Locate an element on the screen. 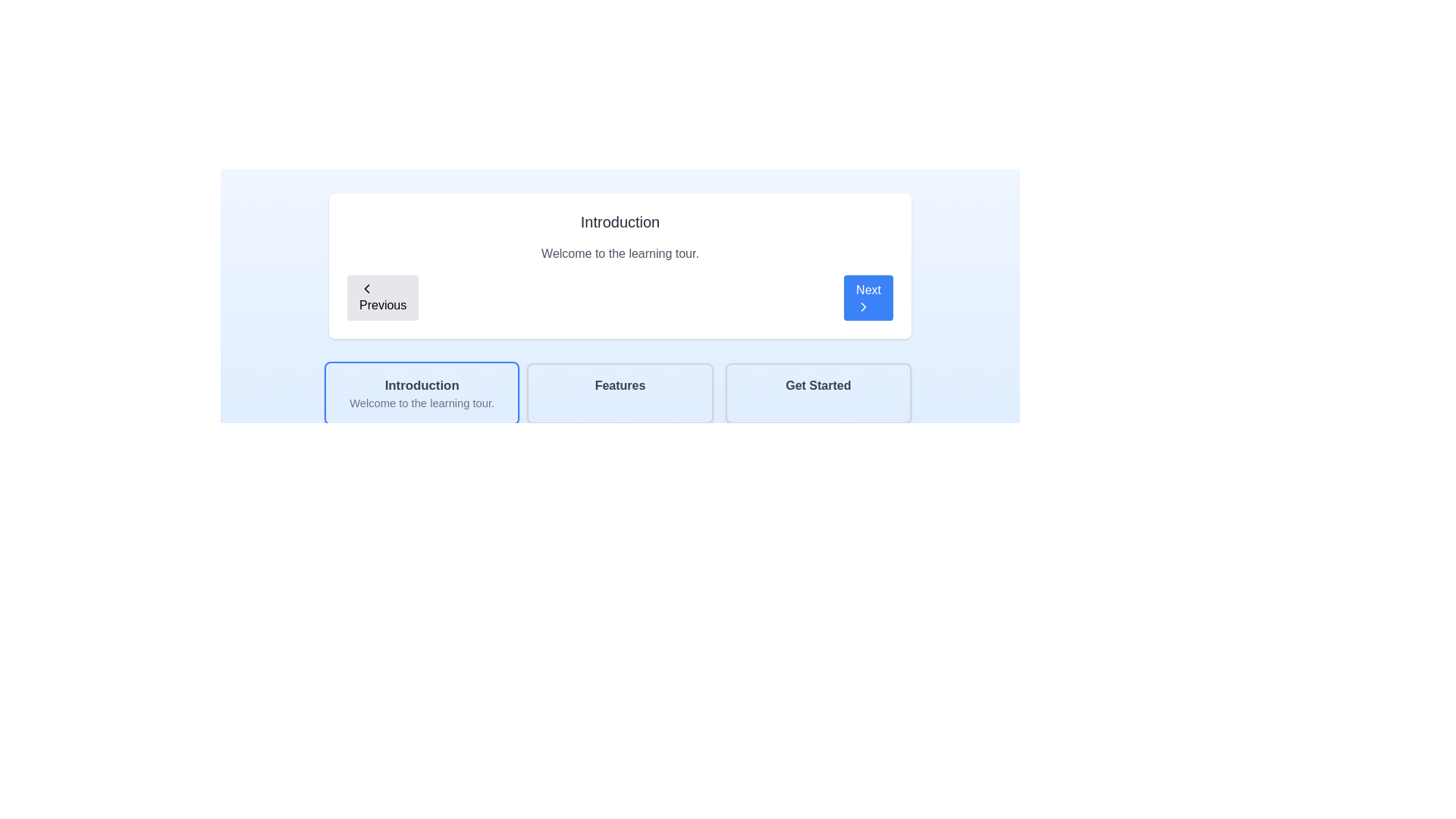 Image resolution: width=1456 pixels, height=819 pixels. the chevron icon located inside the 'Previous' button at the bottom left of the main content area is located at coordinates (367, 289).